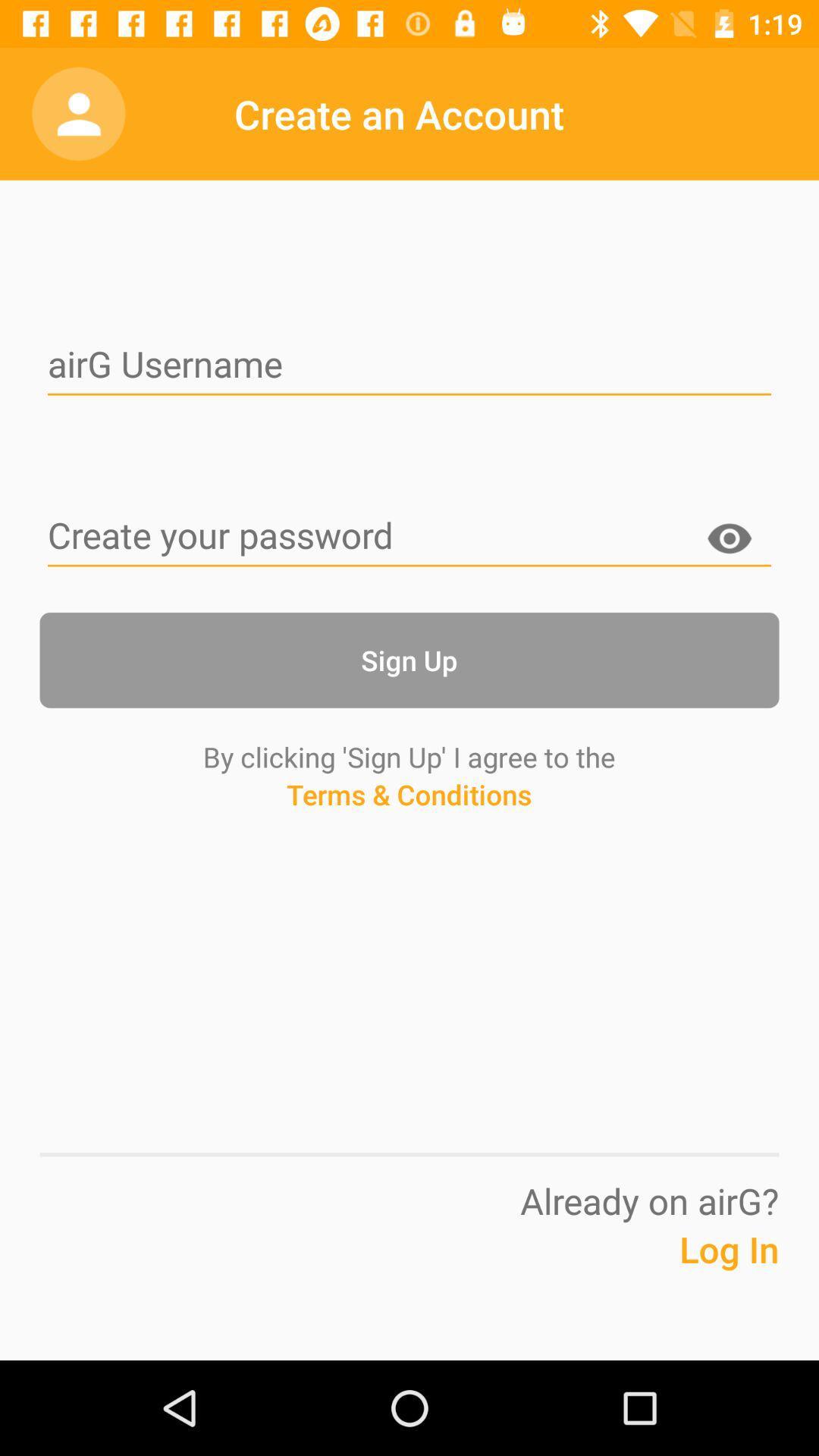 This screenshot has width=819, height=1456. What do you see at coordinates (409, 366) in the screenshot?
I see `username` at bounding box center [409, 366].